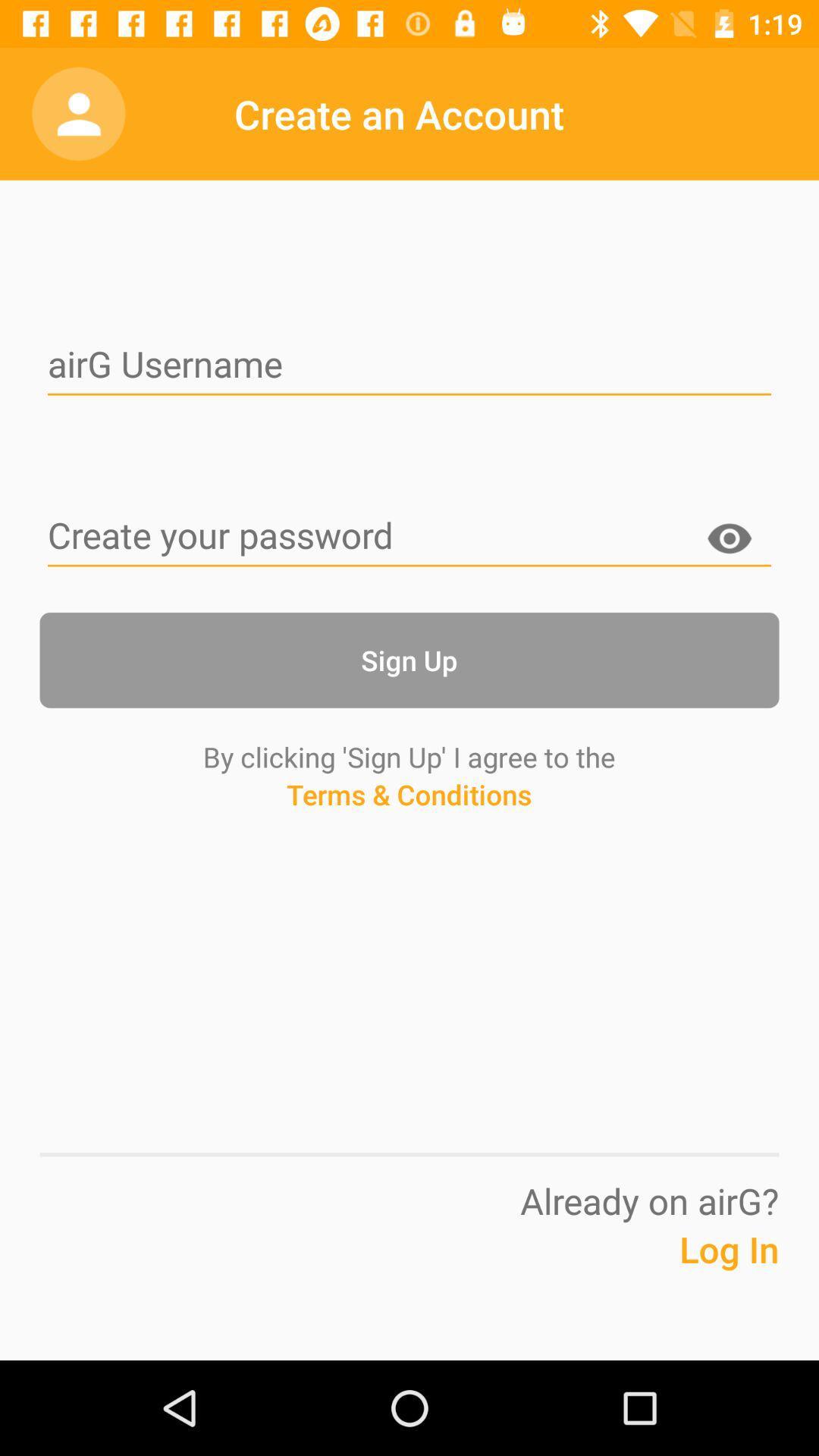 This screenshot has width=819, height=1456. What do you see at coordinates (409, 366) in the screenshot?
I see `username` at bounding box center [409, 366].